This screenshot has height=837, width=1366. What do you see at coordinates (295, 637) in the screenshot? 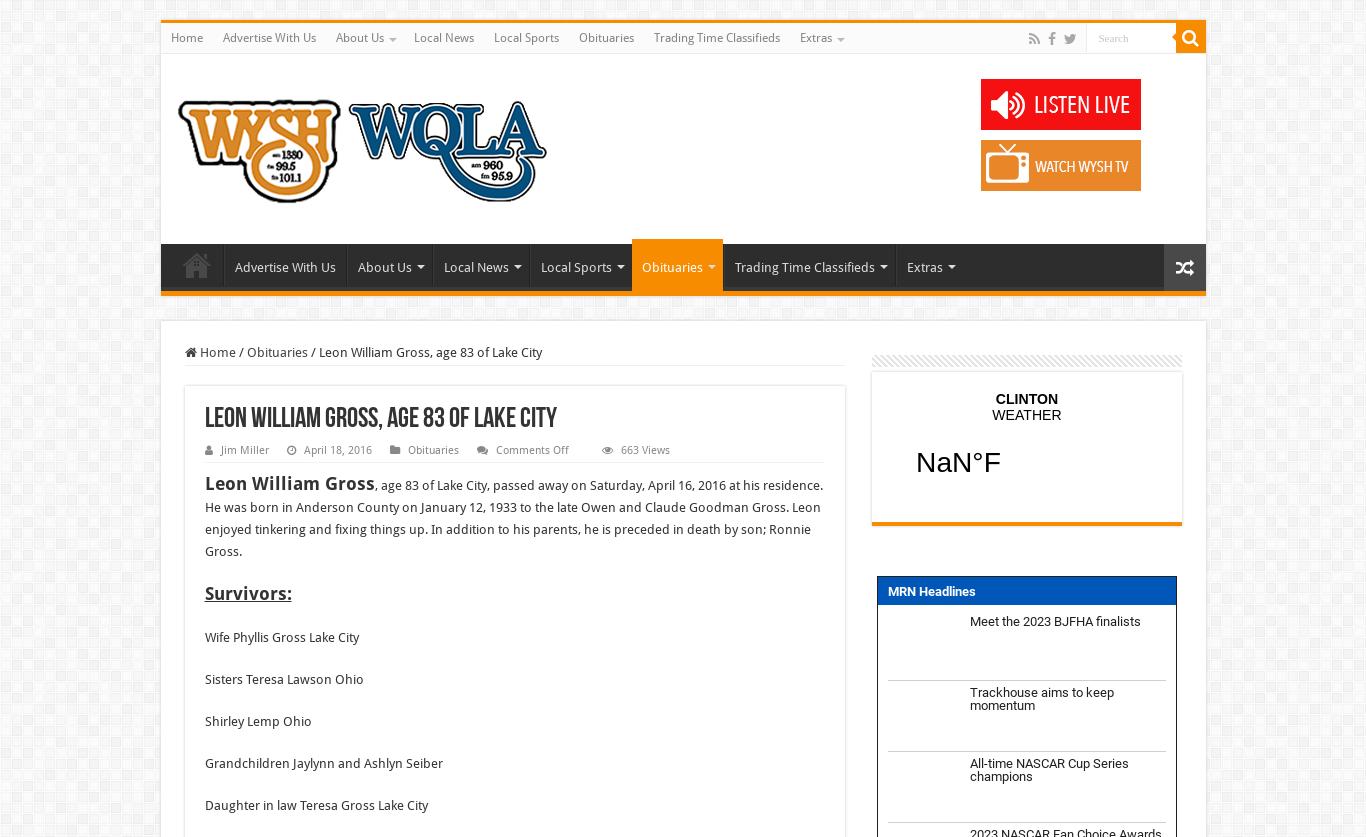
I see `'Phyllis Gross Lake City'` at bounding box center [295, 637].